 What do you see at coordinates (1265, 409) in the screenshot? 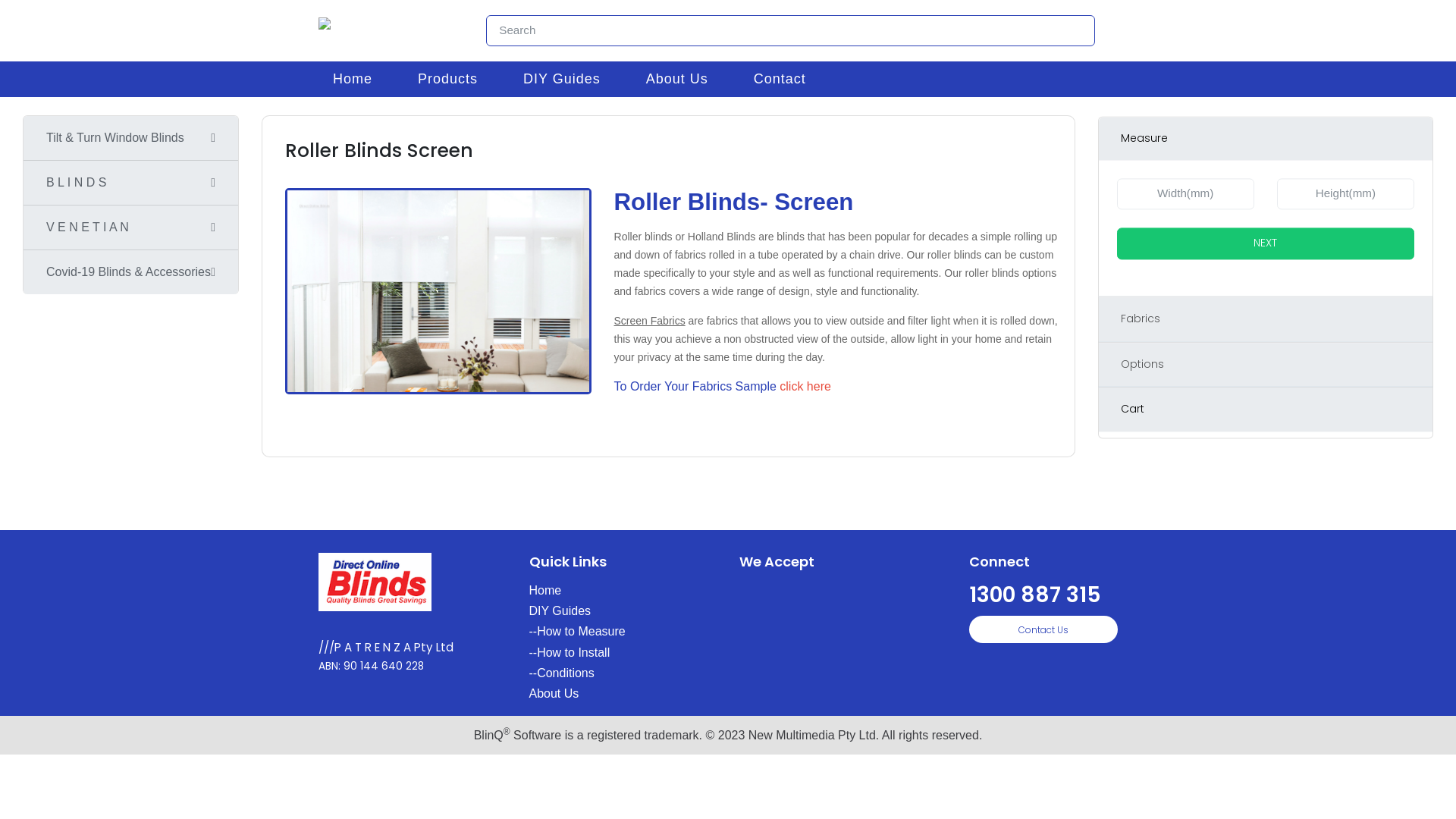
I see `'Cart'` at bounding box center [1265, 409].